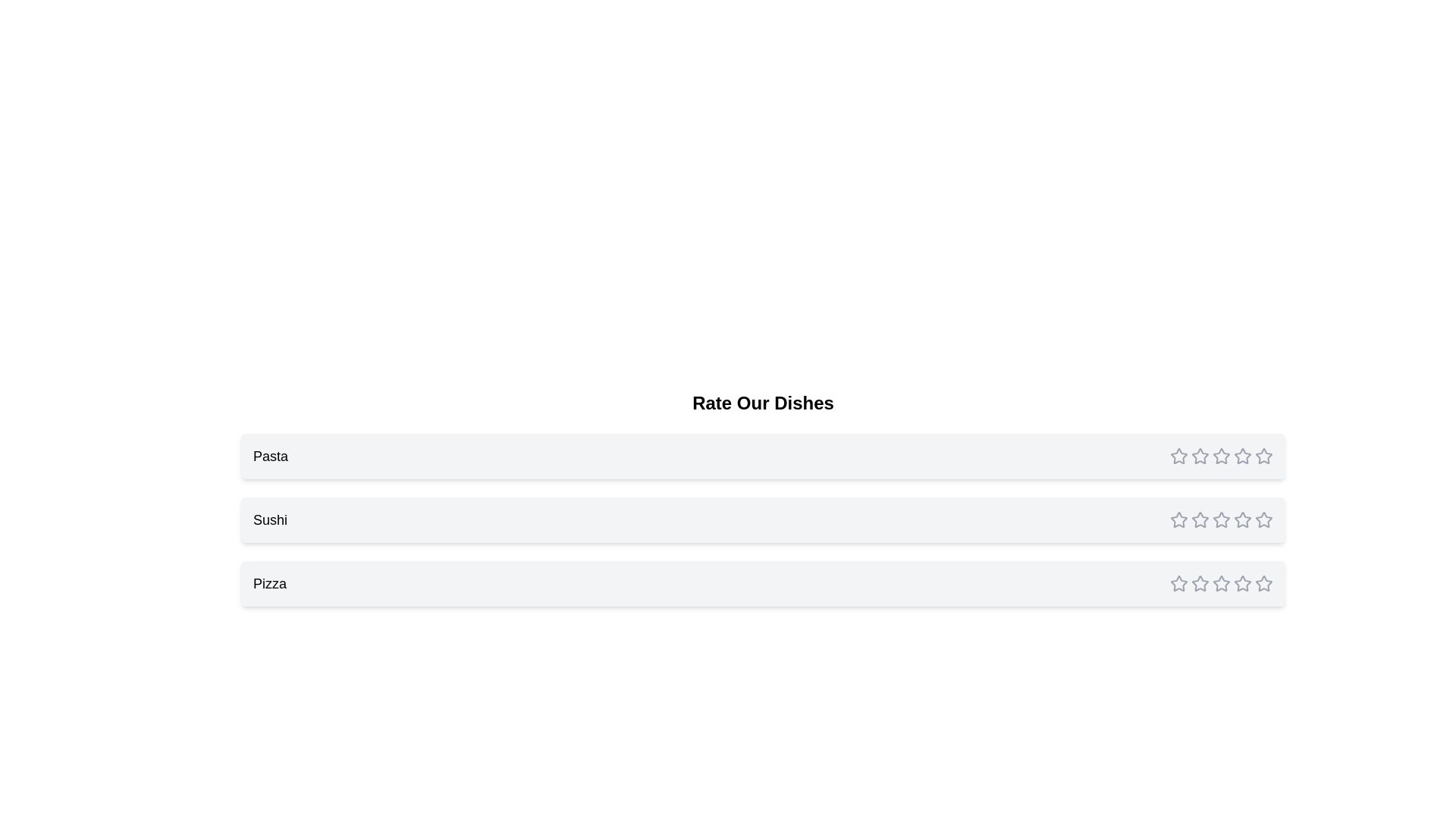  I want to click on the sixth star in the rating group associated with the 'Sushi' item, so click(1242, 455).